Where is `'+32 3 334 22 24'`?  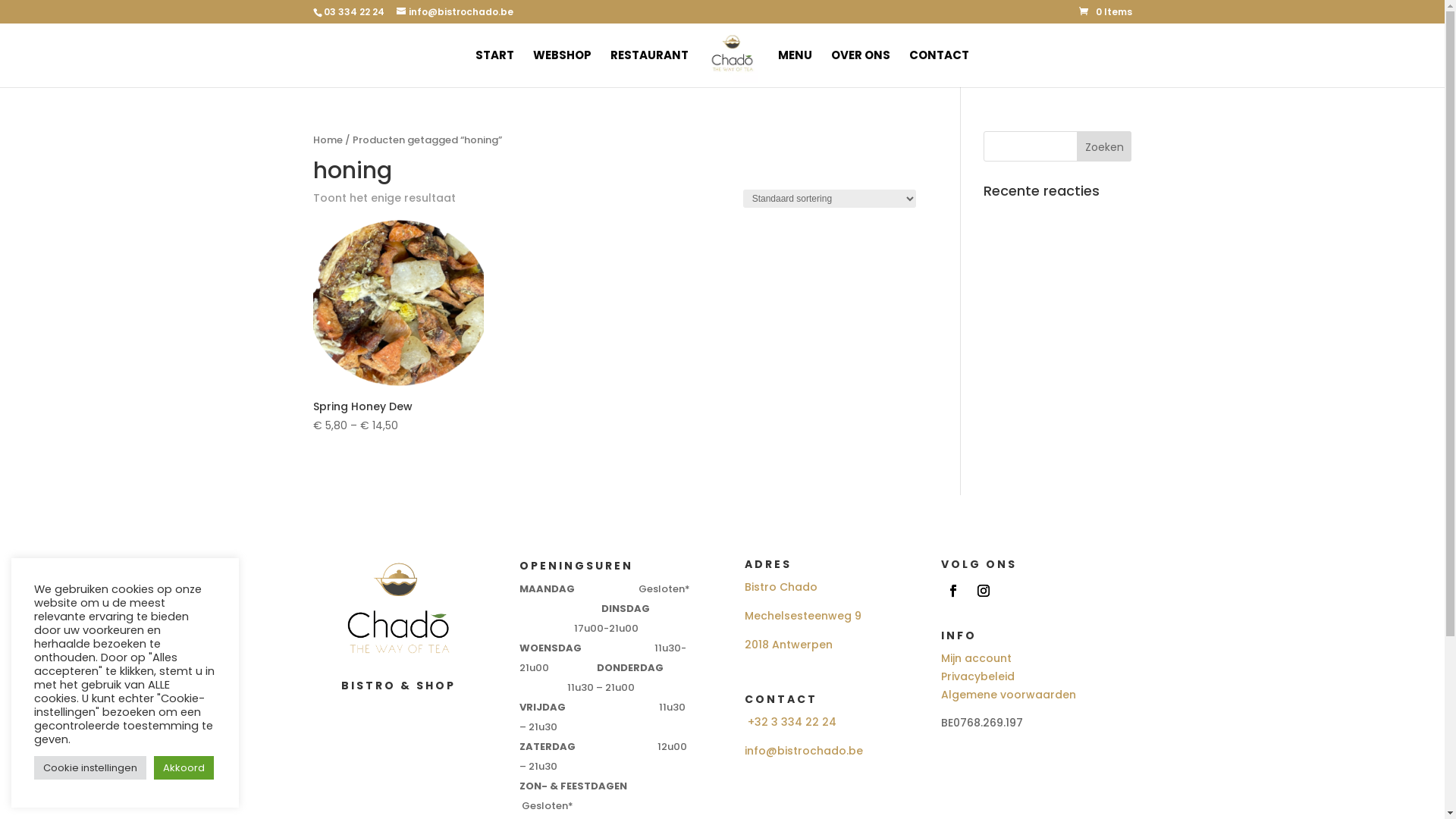
'+32 3 334 22 24' is located at coordinates (791, 721).